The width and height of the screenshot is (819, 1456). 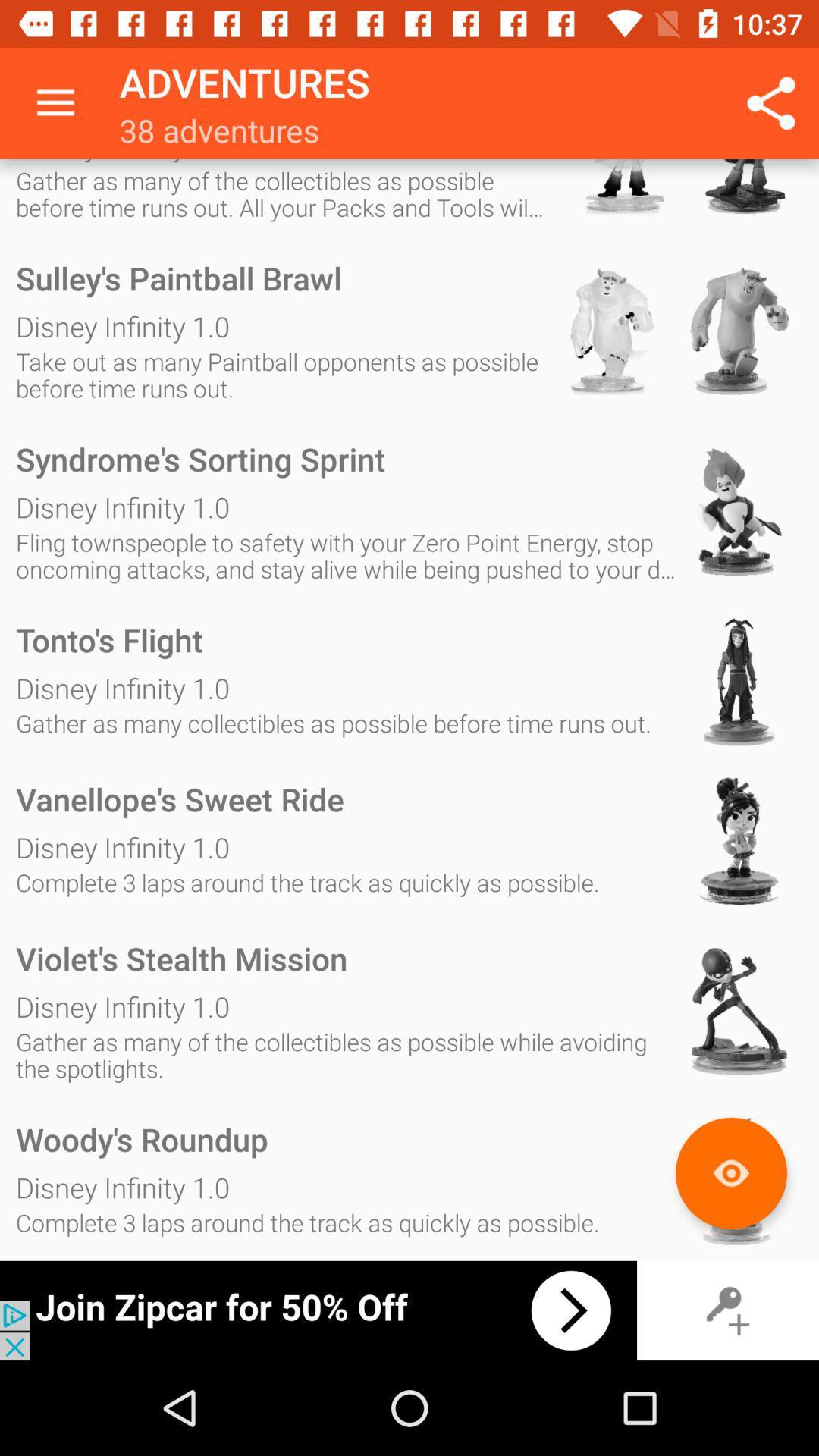 I want to click on advertisement, so click(x=318, y=1310).